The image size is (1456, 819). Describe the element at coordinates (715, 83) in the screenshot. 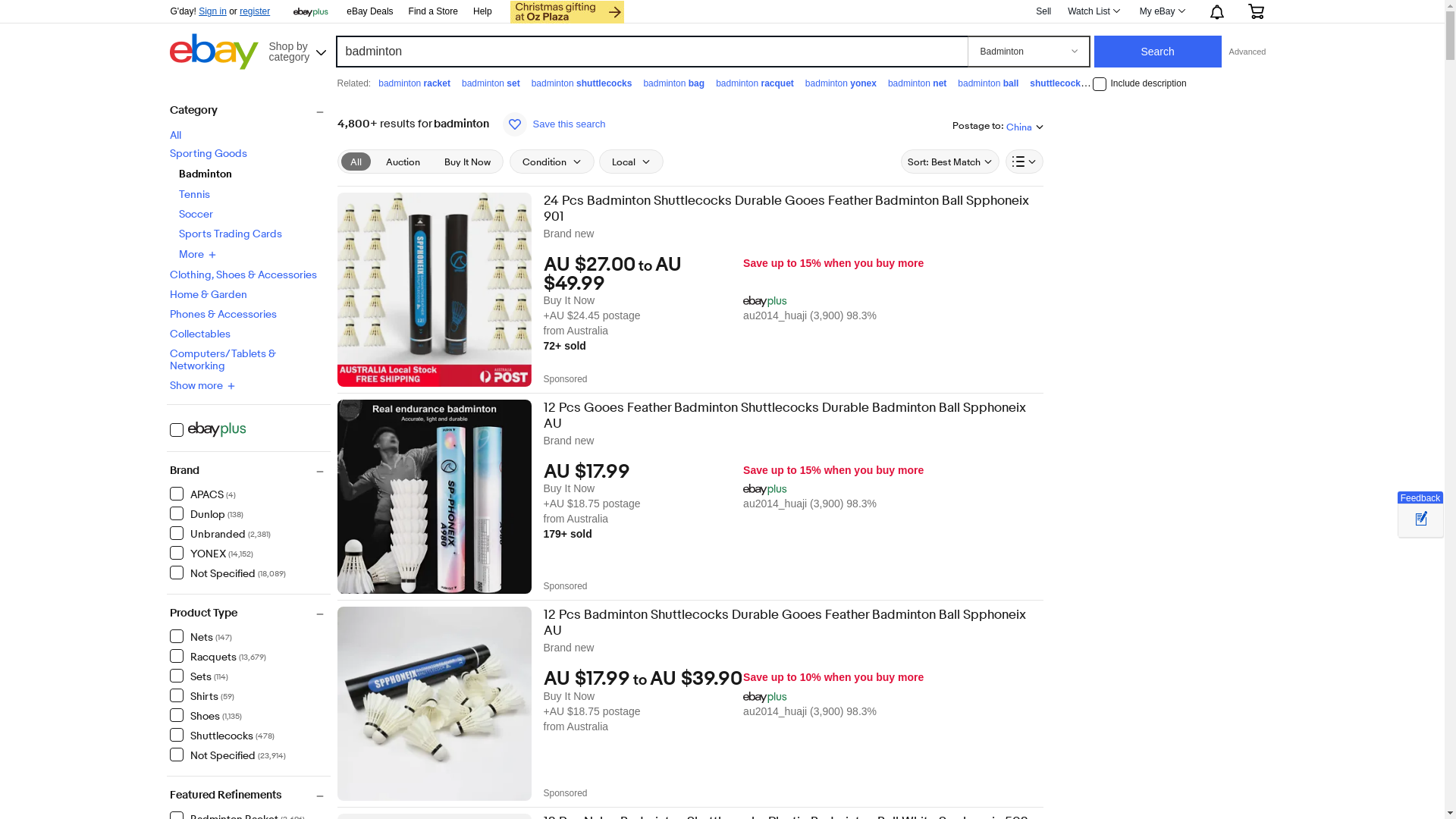

I see `'badminton racquet'` at that location.